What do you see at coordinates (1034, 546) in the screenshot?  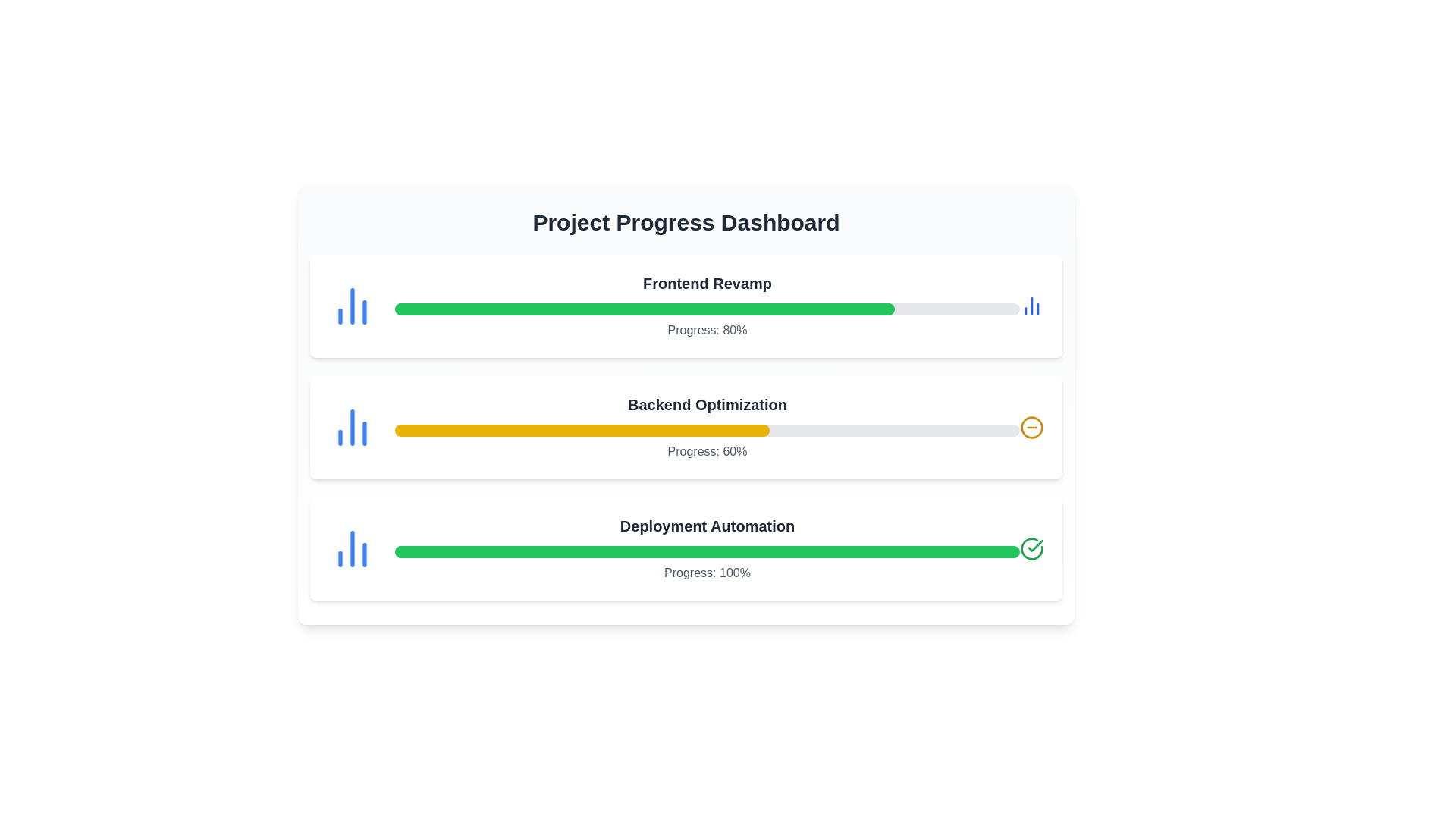 I see `the green checkmark icon located to the far right of the green progress bar labeled 'Deployment Automation' in the 'Project Progress Dashboard'` at bounding box center [1034, 546].